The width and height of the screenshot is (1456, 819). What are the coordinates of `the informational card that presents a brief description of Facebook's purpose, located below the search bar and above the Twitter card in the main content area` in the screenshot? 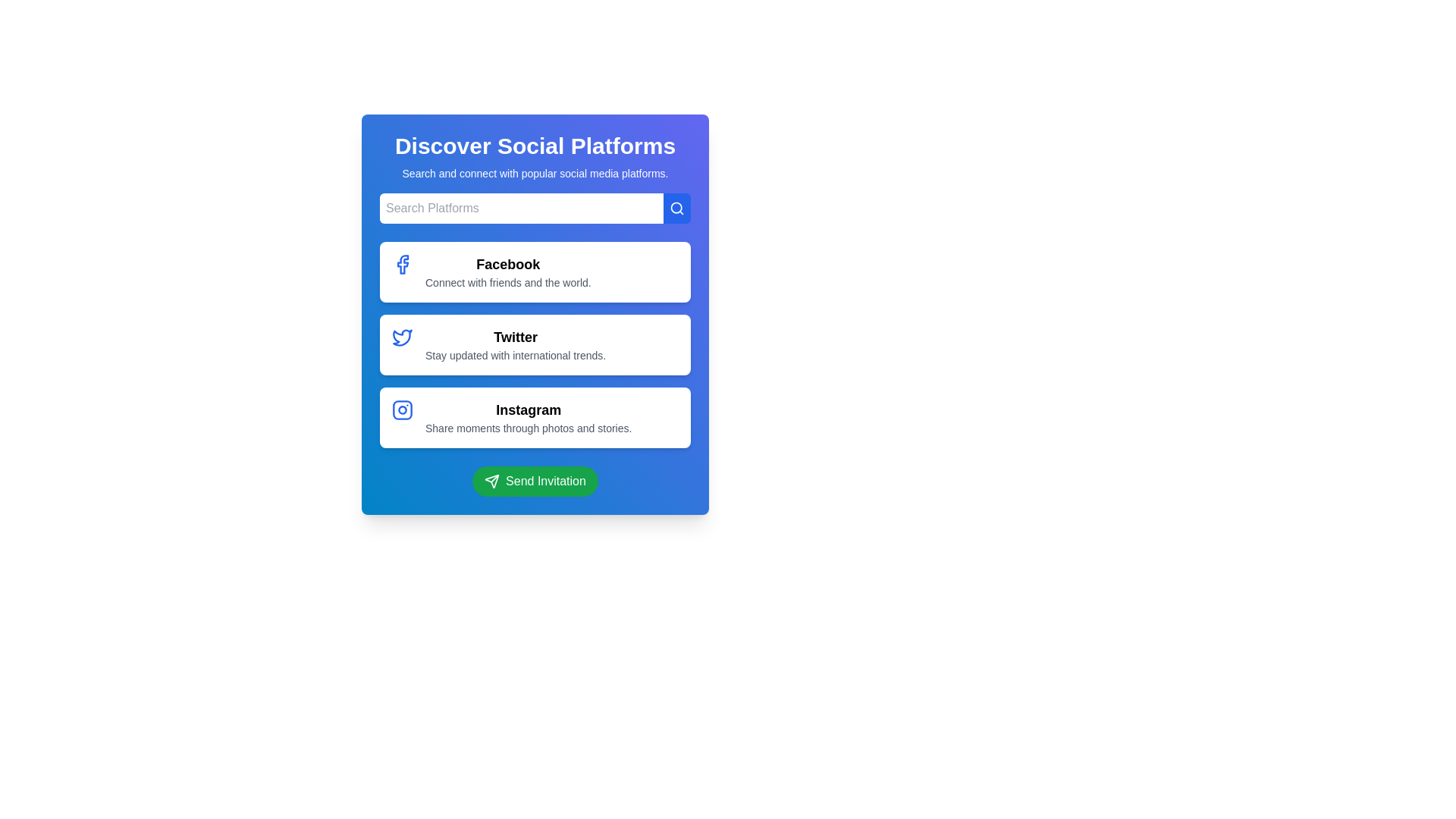 It's located at (535, 271).